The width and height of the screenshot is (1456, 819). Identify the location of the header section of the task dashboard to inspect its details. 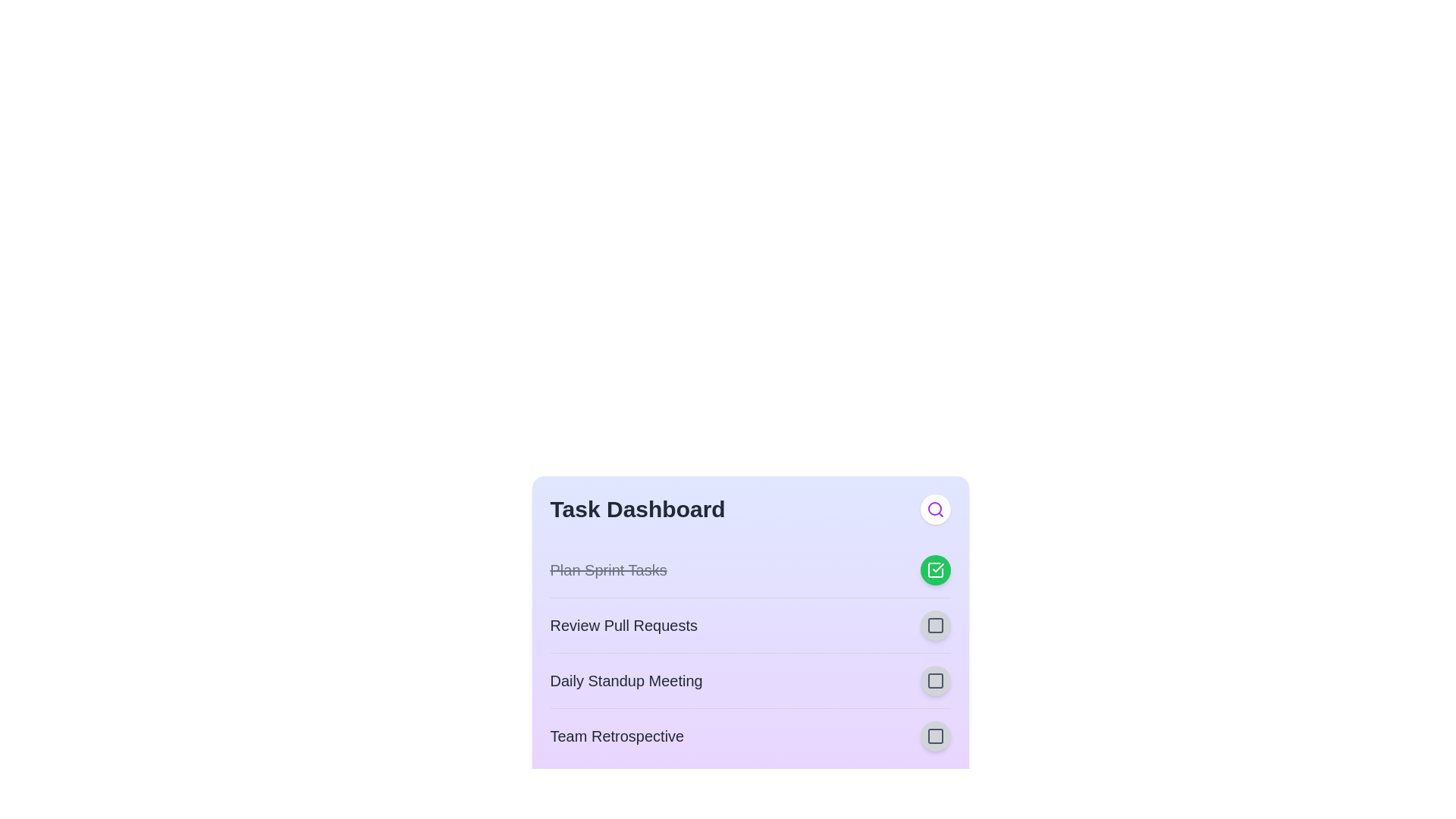
(637, 509).